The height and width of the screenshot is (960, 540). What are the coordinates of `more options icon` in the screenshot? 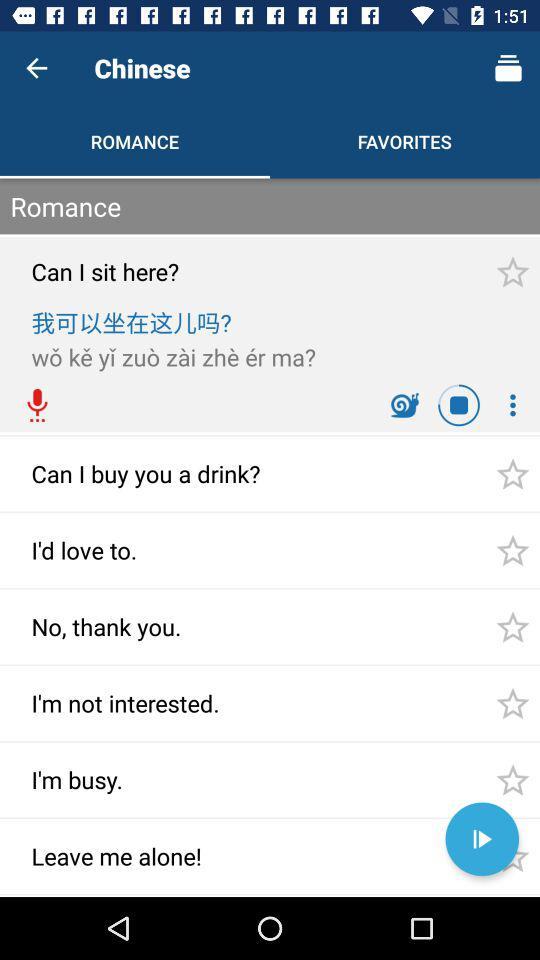 It's located at (513, 404).